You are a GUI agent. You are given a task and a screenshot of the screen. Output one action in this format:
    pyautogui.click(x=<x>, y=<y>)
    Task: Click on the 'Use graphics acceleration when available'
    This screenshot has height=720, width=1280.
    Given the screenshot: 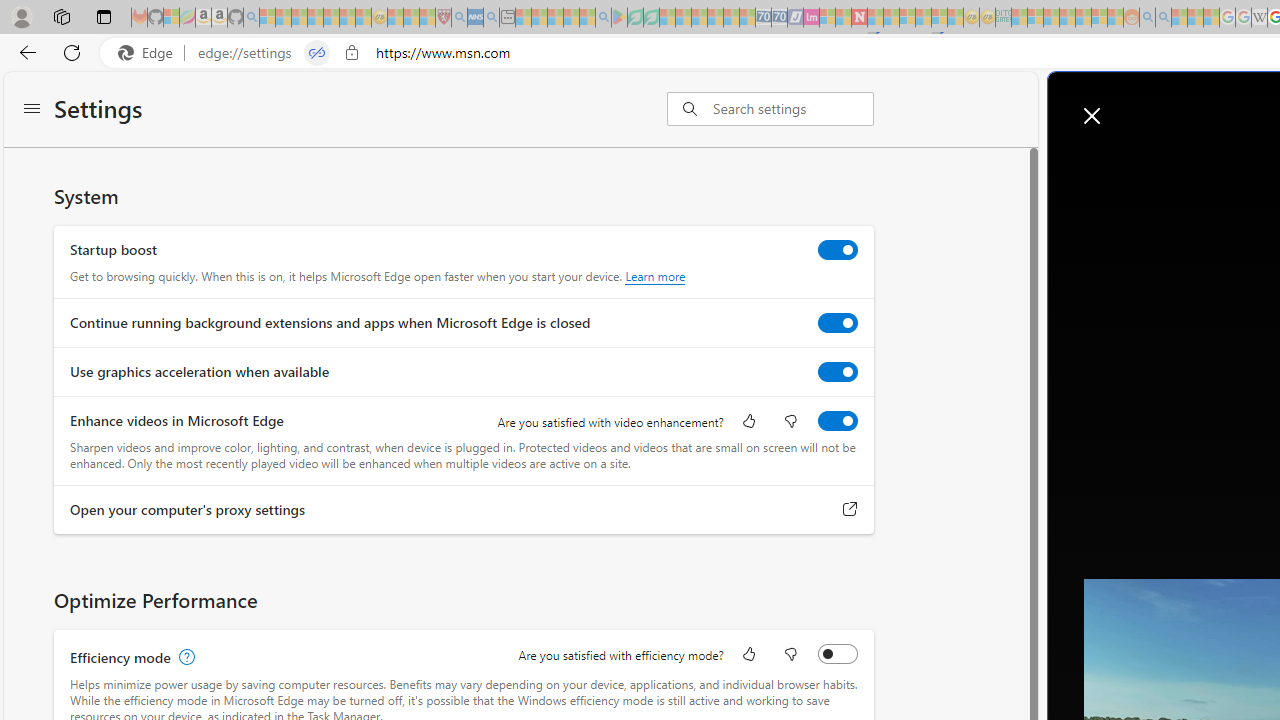 What is the action you would take?
    pyautogui.click(x=837, y=372)
    